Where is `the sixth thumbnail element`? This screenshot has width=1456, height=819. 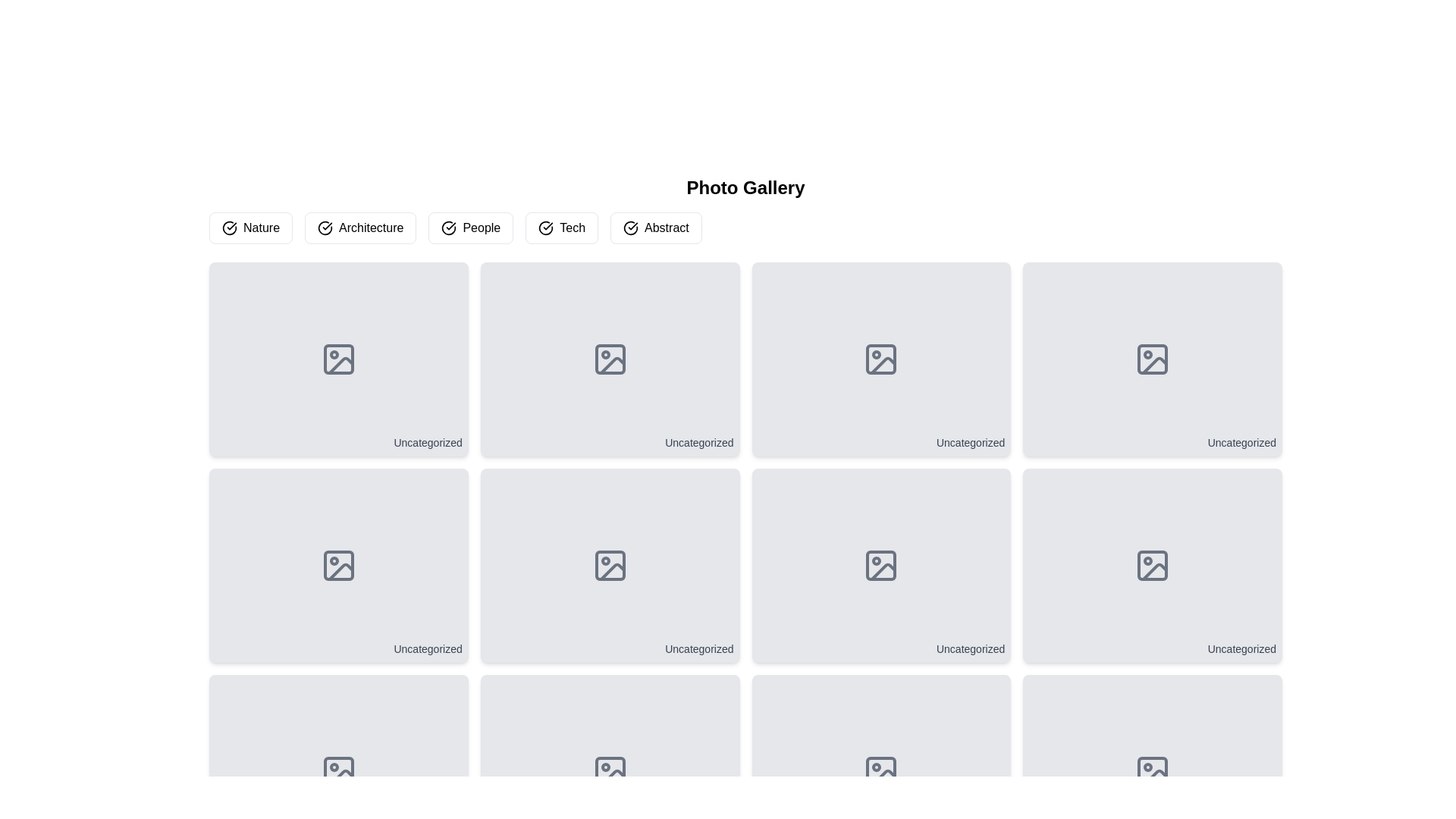 the sixth thumbnail element is located at coordinates (881, 565).